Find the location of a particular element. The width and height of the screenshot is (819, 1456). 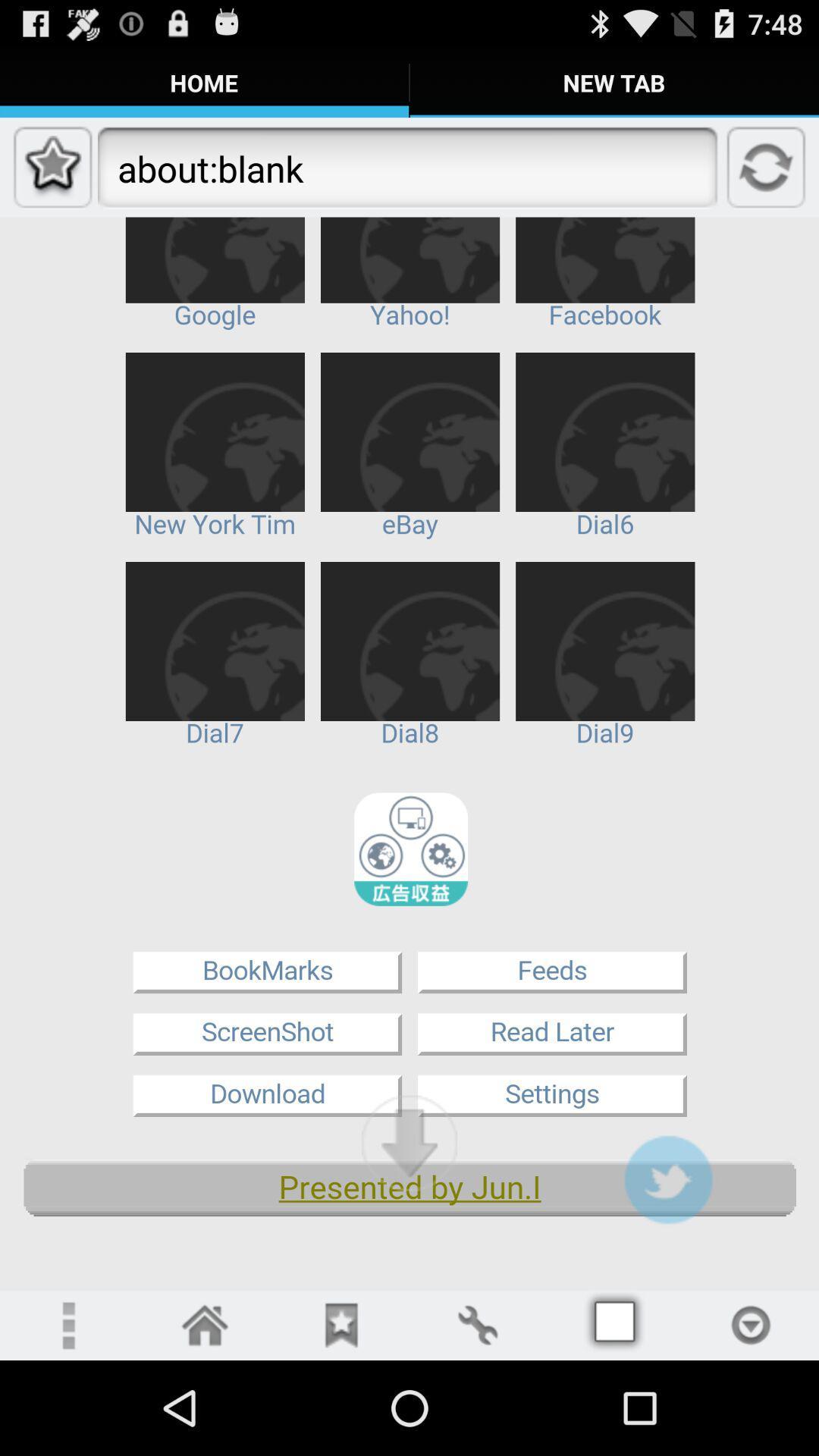

the more icon is located at coordinates (67, 1417).